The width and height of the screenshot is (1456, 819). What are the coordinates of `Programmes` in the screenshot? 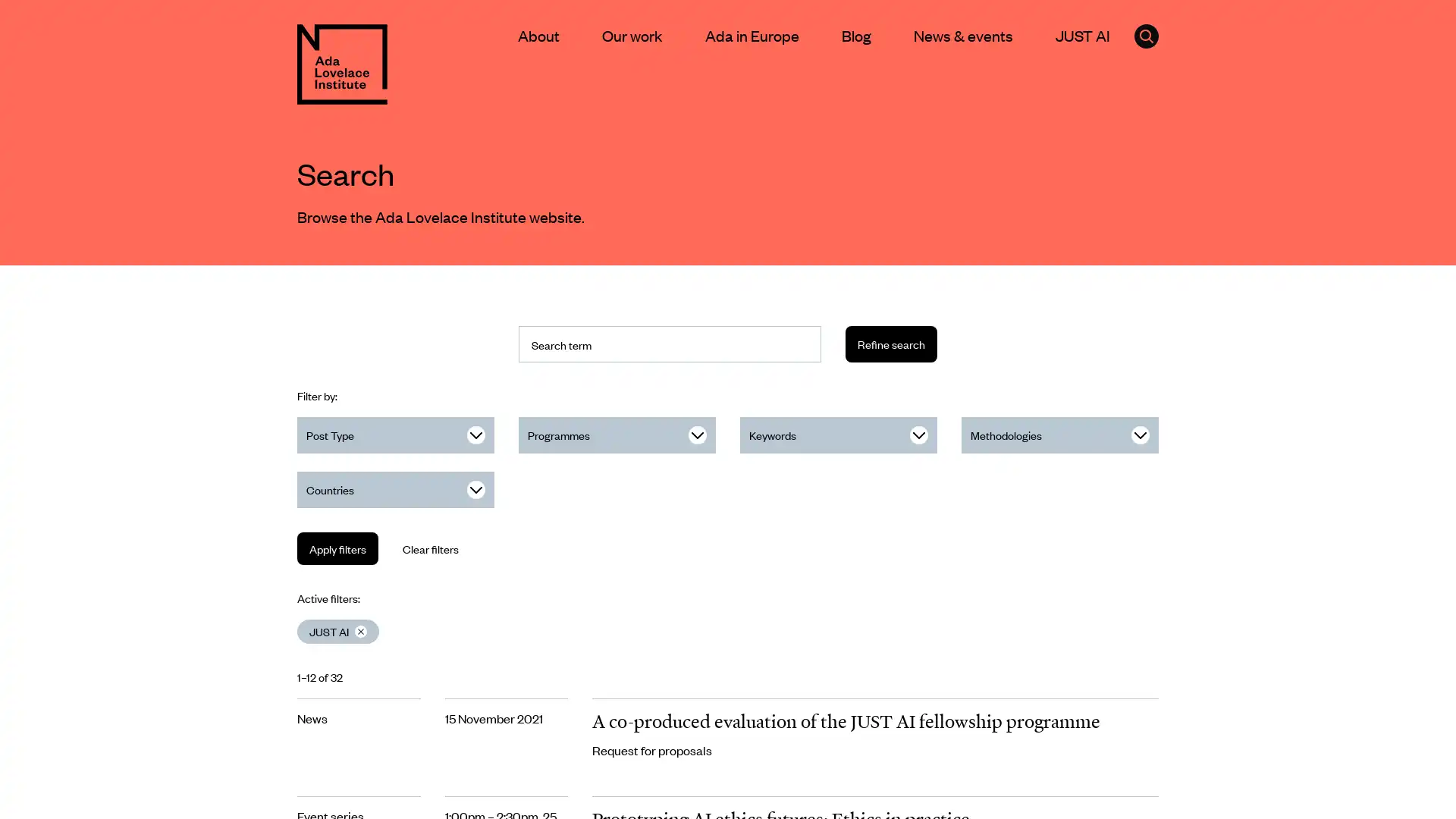 It's located at (617, 435).